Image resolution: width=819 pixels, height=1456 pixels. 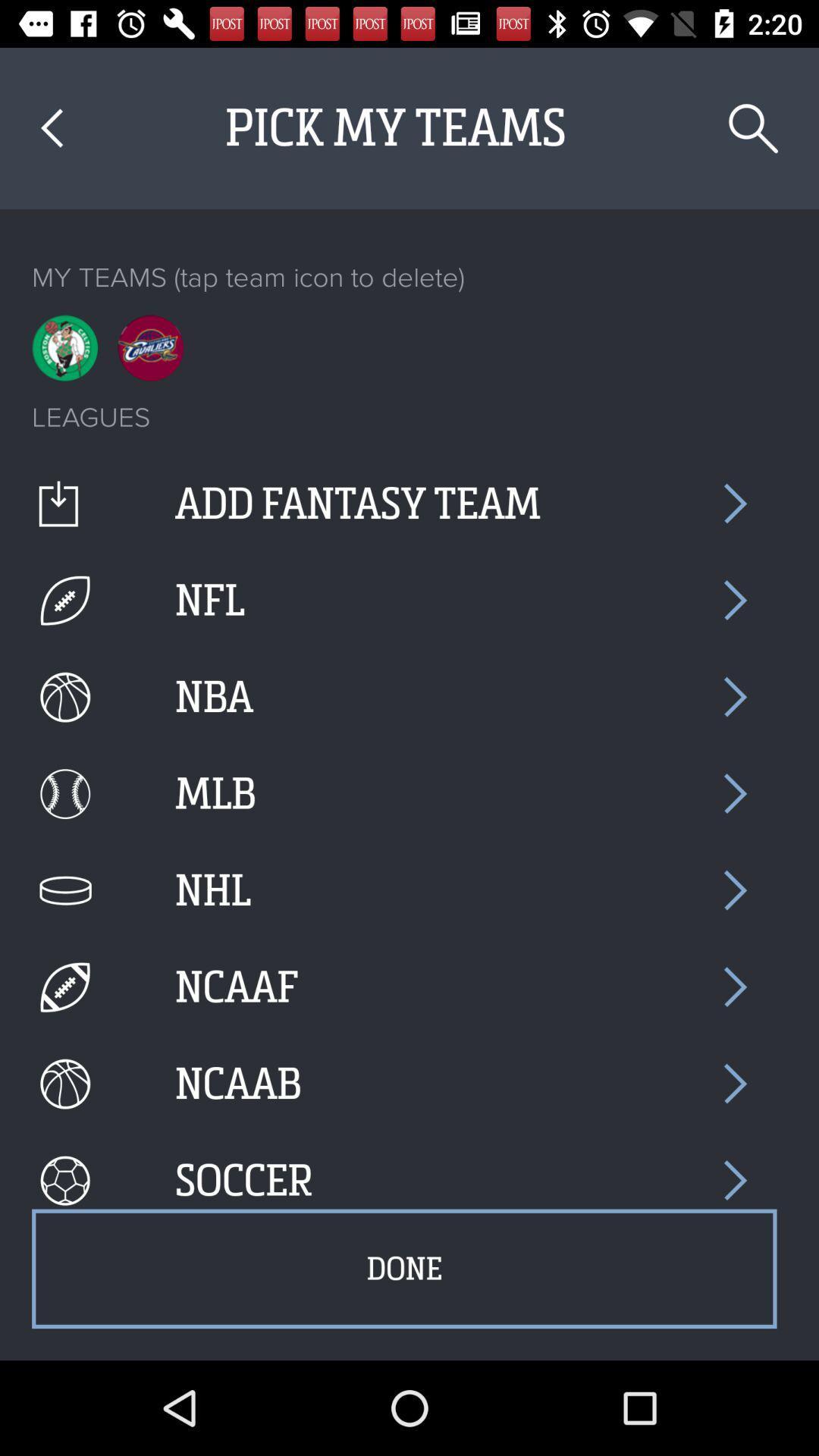 I want to click on item above my teams tap, so click(x=753, y=128).